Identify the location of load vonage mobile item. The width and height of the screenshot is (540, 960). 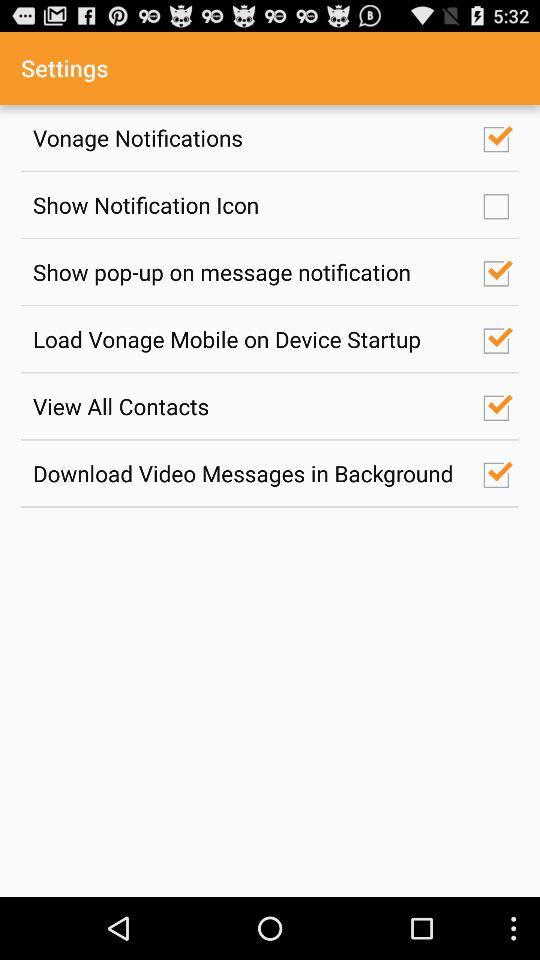
(247, 339).